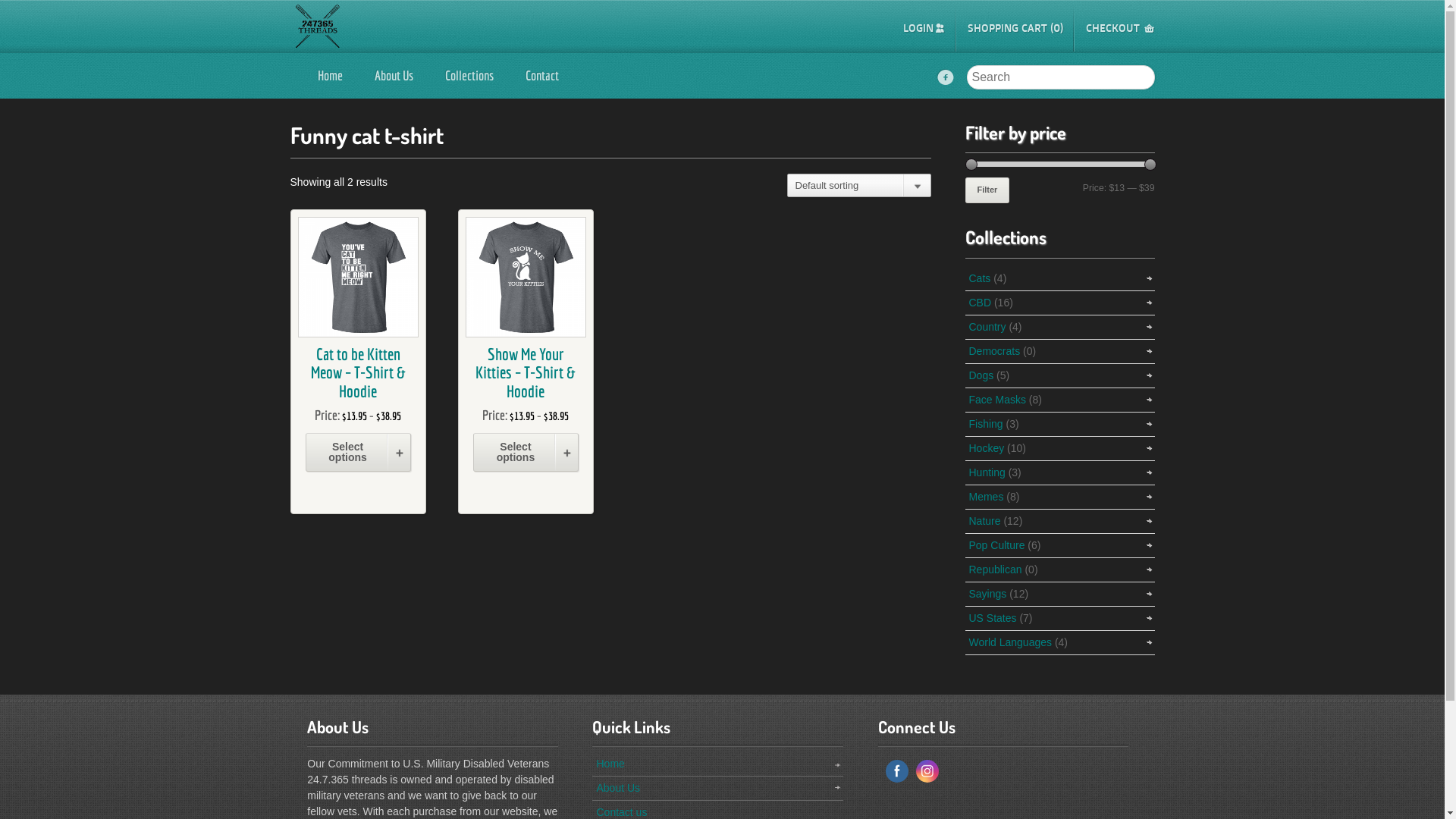 The width and height of the screenshot is (1456, 819). What do you see at coordinates (329, 76) in the screenshot?
I see `'Home'` at bounding box center [329, 76].